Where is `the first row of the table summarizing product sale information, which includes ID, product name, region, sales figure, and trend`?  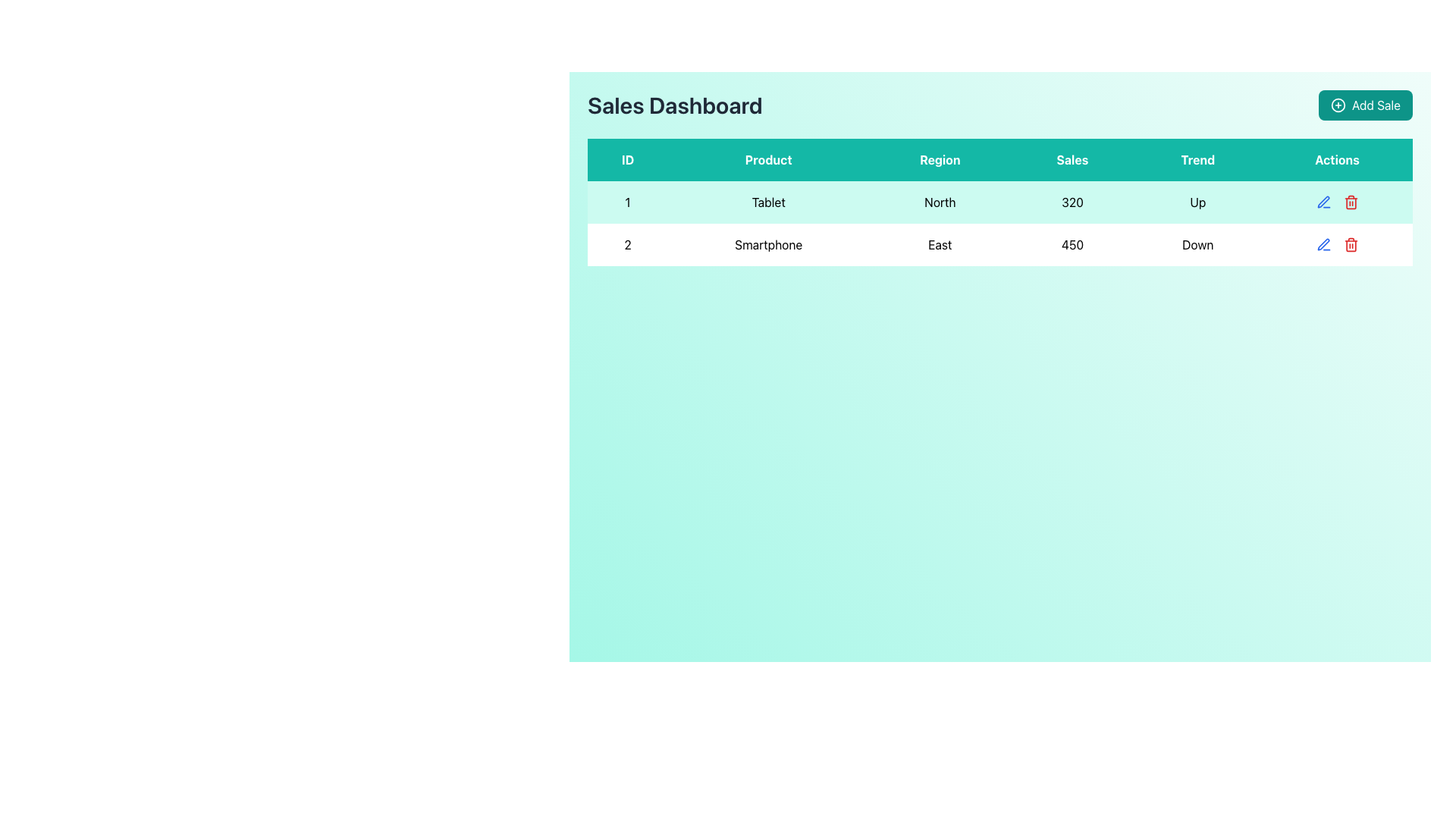
the first row of the table summarizing product sale information, which includes ID, product name, region, sales figure, and trend is located at coordinates (1000, 201).